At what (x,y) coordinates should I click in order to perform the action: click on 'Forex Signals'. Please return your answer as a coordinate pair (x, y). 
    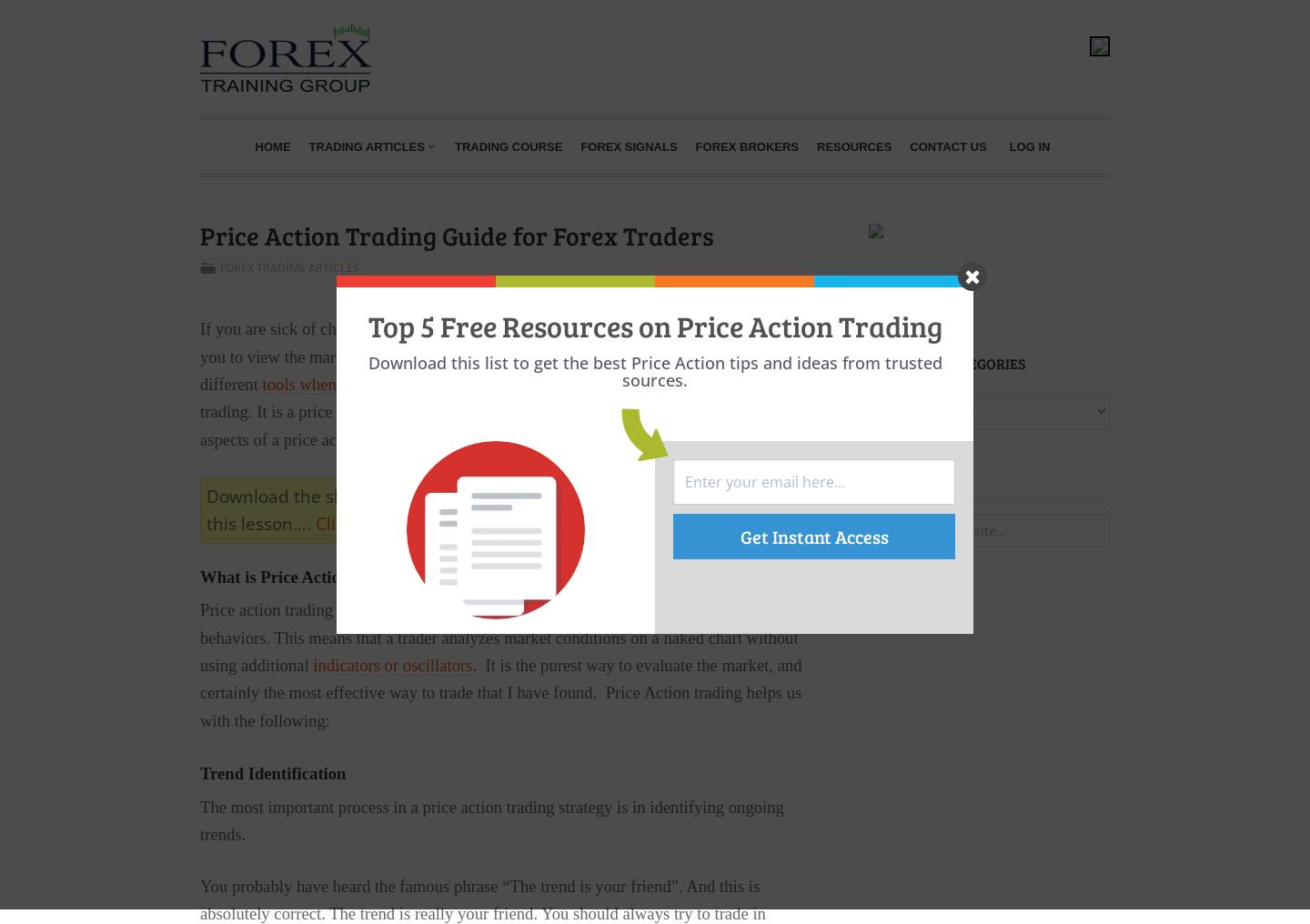
    Looking at the image, I should click on (629, 145).